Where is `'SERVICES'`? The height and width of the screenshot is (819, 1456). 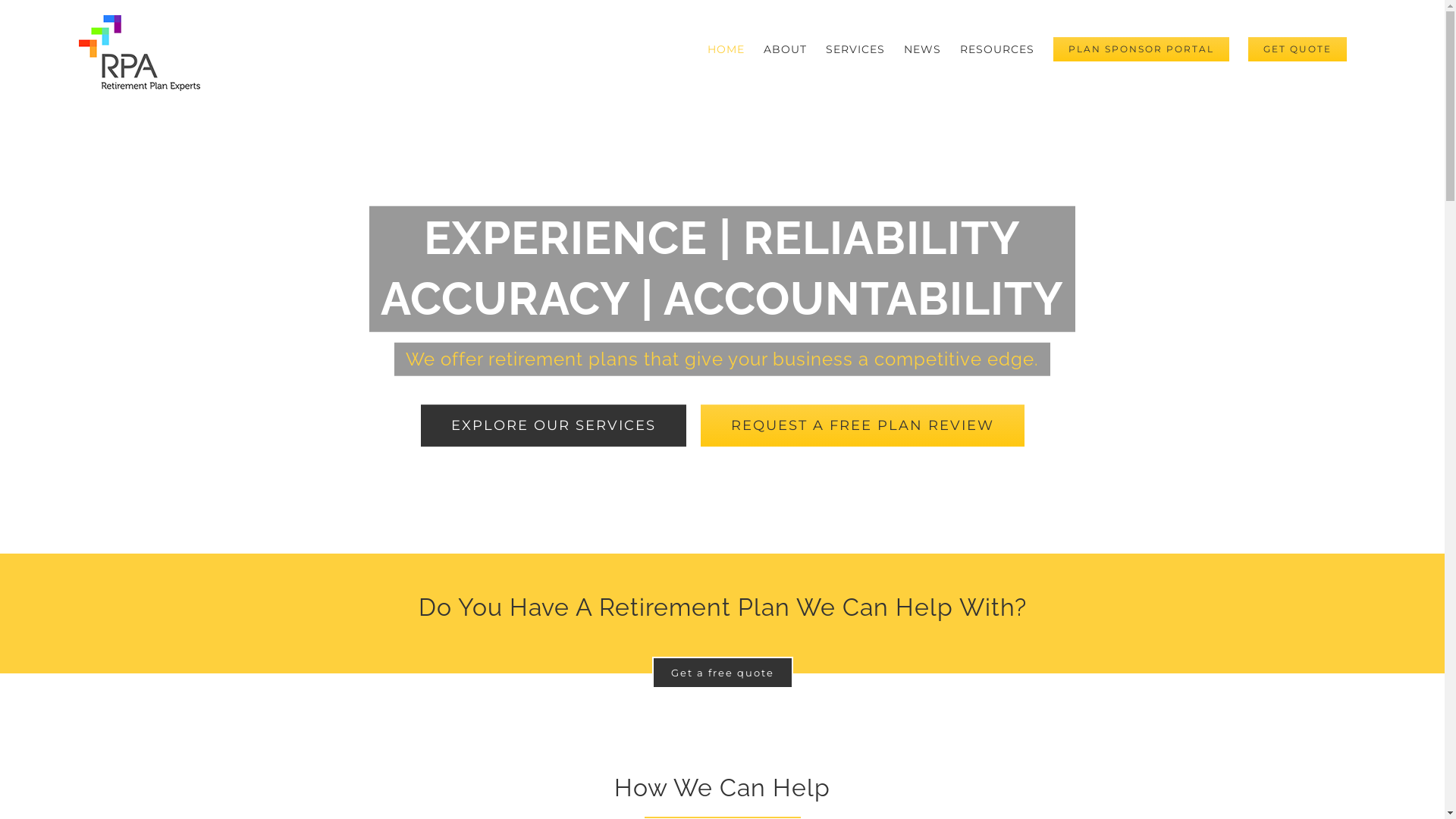
'SERVICES' is located at coordinates (825, 49).